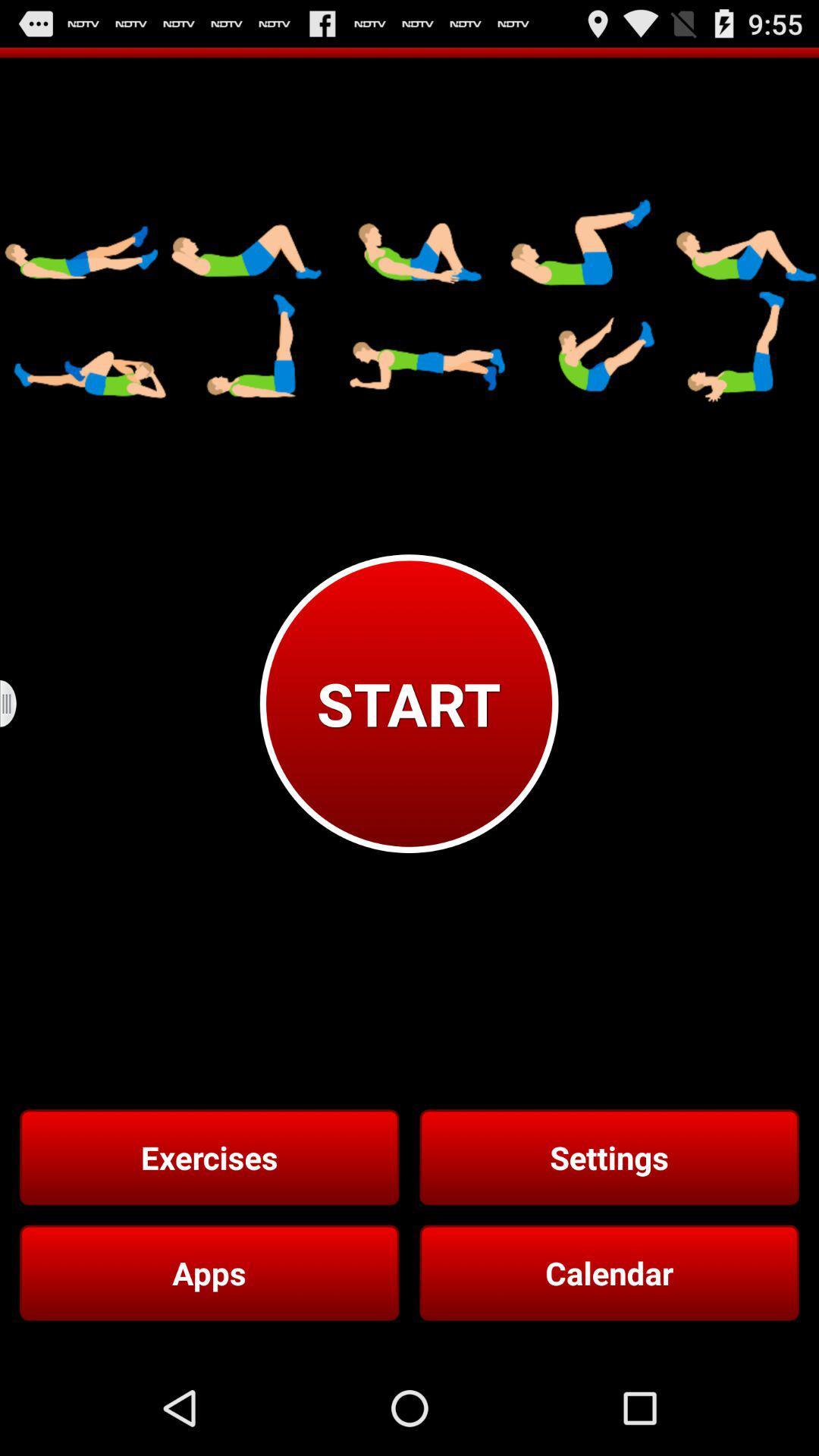 The height and width of the screenshot is (1456, 819). What do you see at coordinates (209, 1272) in the screenshot?
I see `icon next to calendar item` at bounding box center [209, 1272].